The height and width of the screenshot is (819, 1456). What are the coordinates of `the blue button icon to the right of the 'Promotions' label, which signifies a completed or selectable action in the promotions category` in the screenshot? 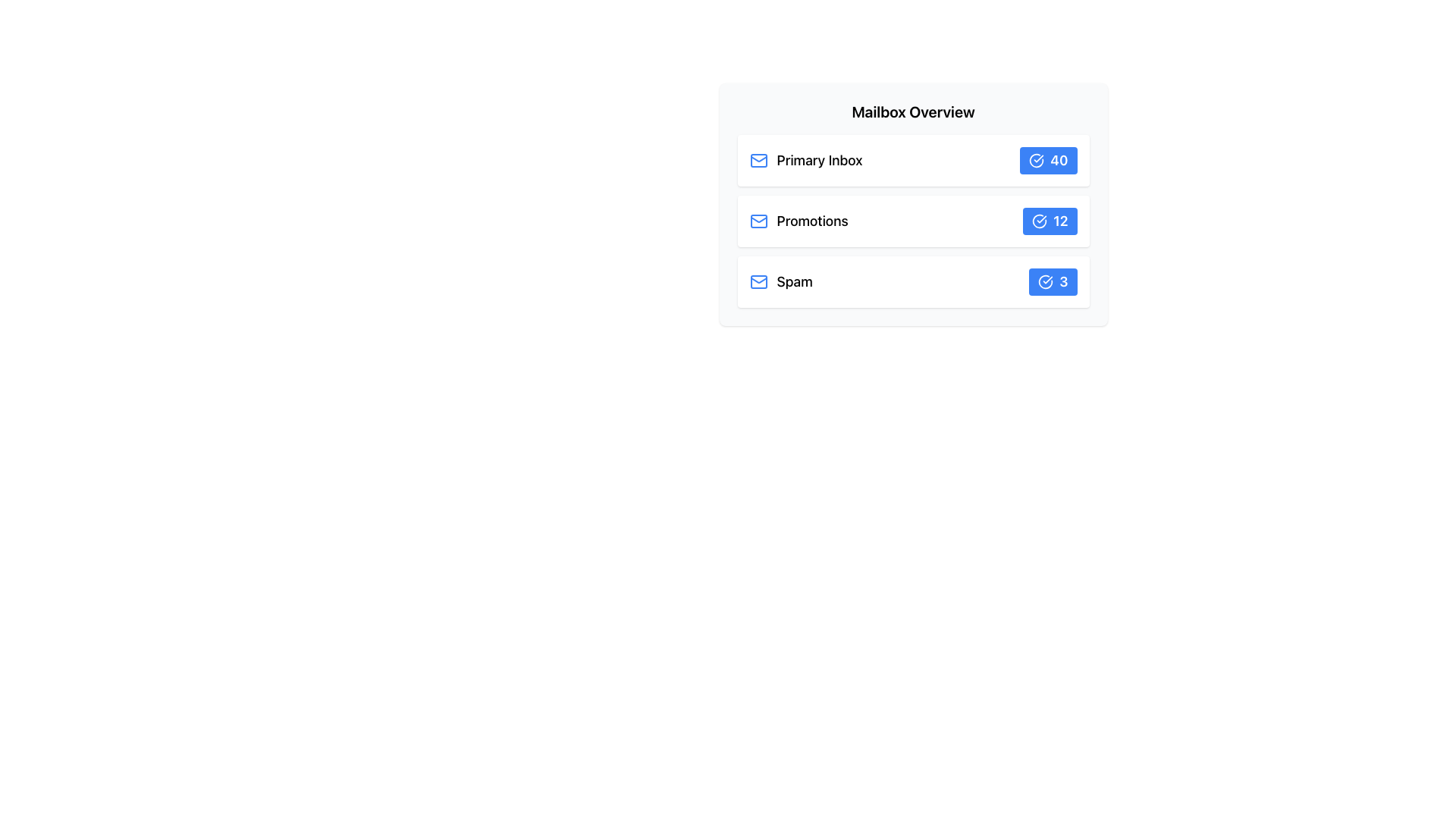 It's located at (1039, 221).